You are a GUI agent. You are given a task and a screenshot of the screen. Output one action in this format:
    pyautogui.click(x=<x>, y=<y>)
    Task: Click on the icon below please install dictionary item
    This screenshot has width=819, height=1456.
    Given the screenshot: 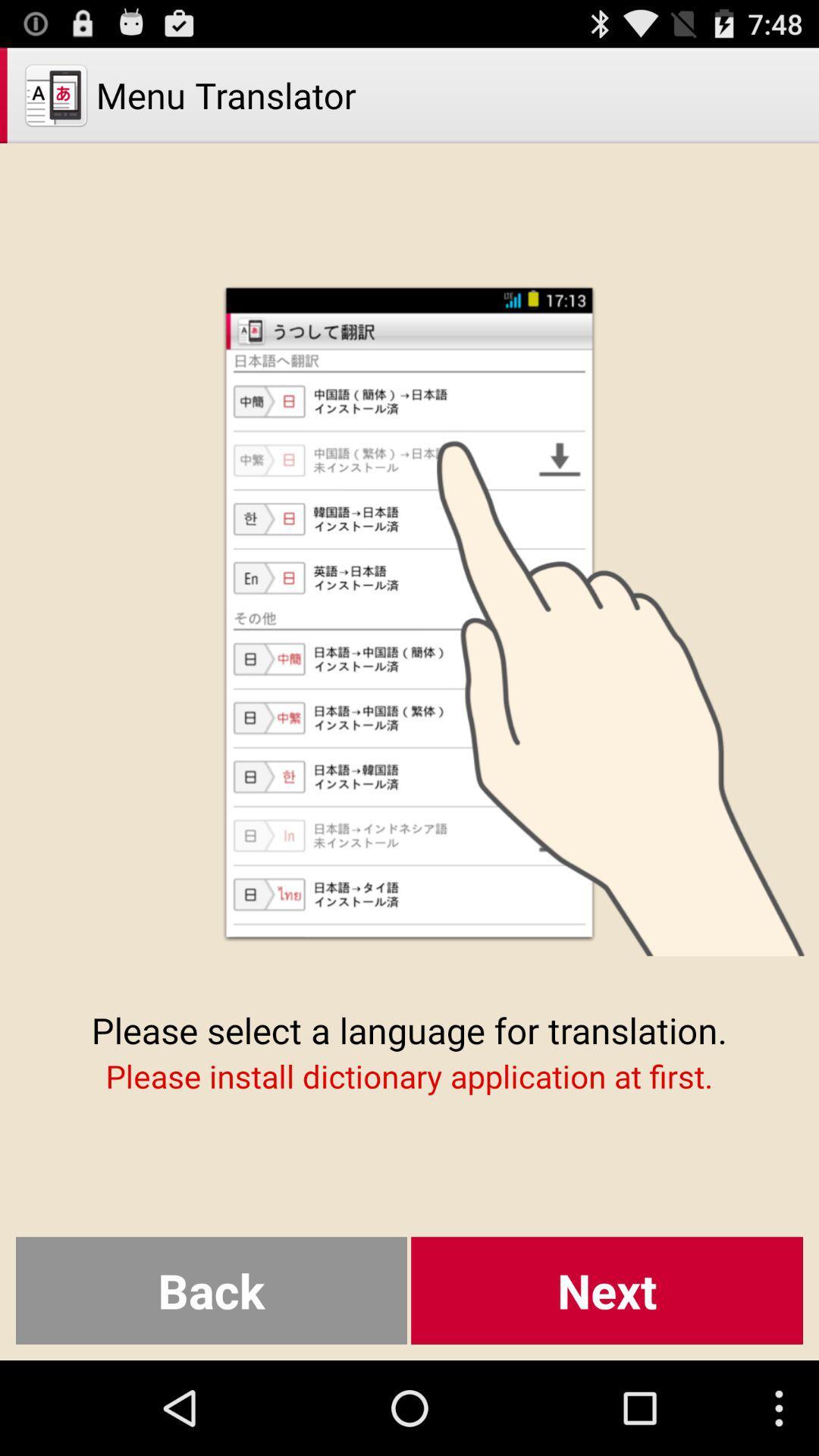 What is the action you would take?
    pyautogui.click(x=211, y=1290)
    